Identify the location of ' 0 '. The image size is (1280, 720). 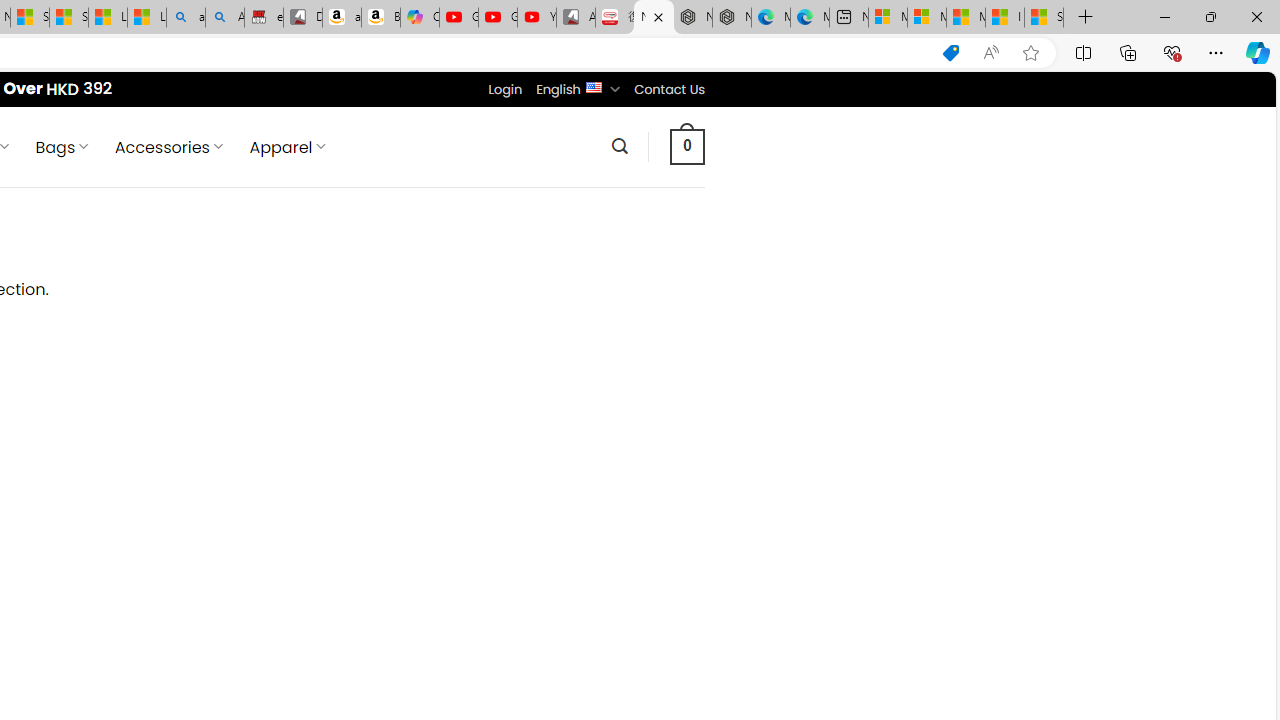
(688, 145).